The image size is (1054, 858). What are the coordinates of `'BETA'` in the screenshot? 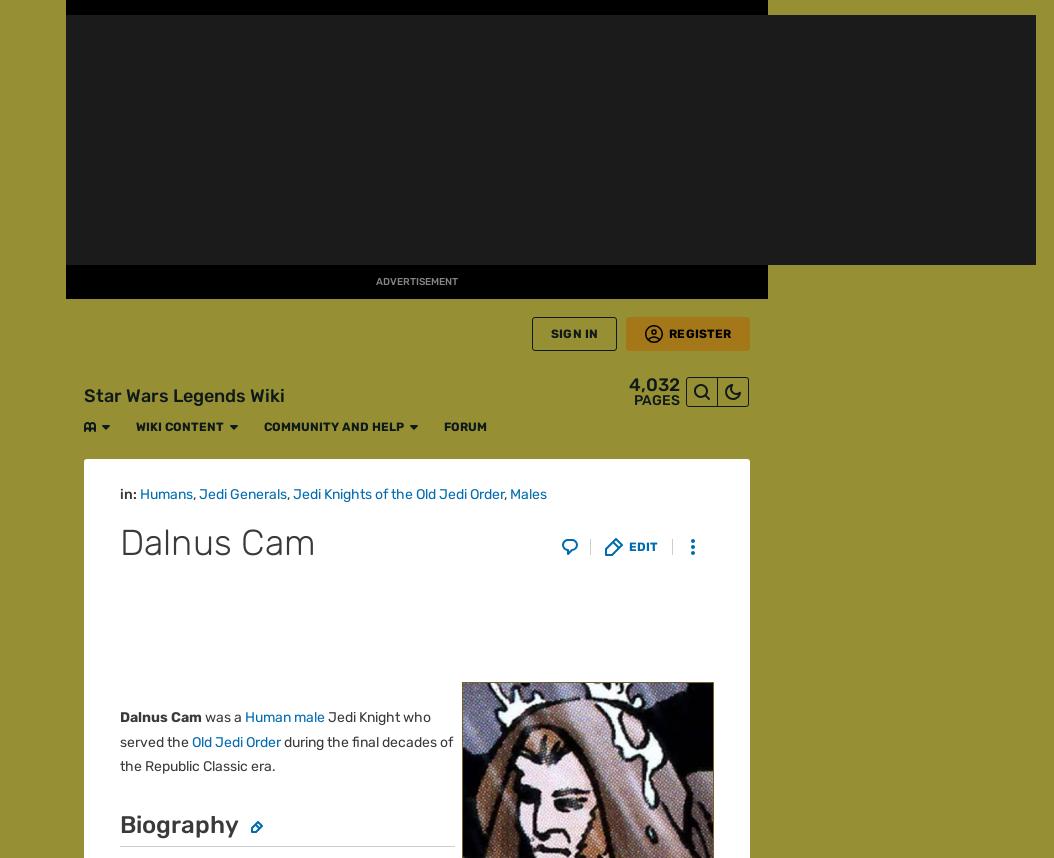 It's located at (32, 214).